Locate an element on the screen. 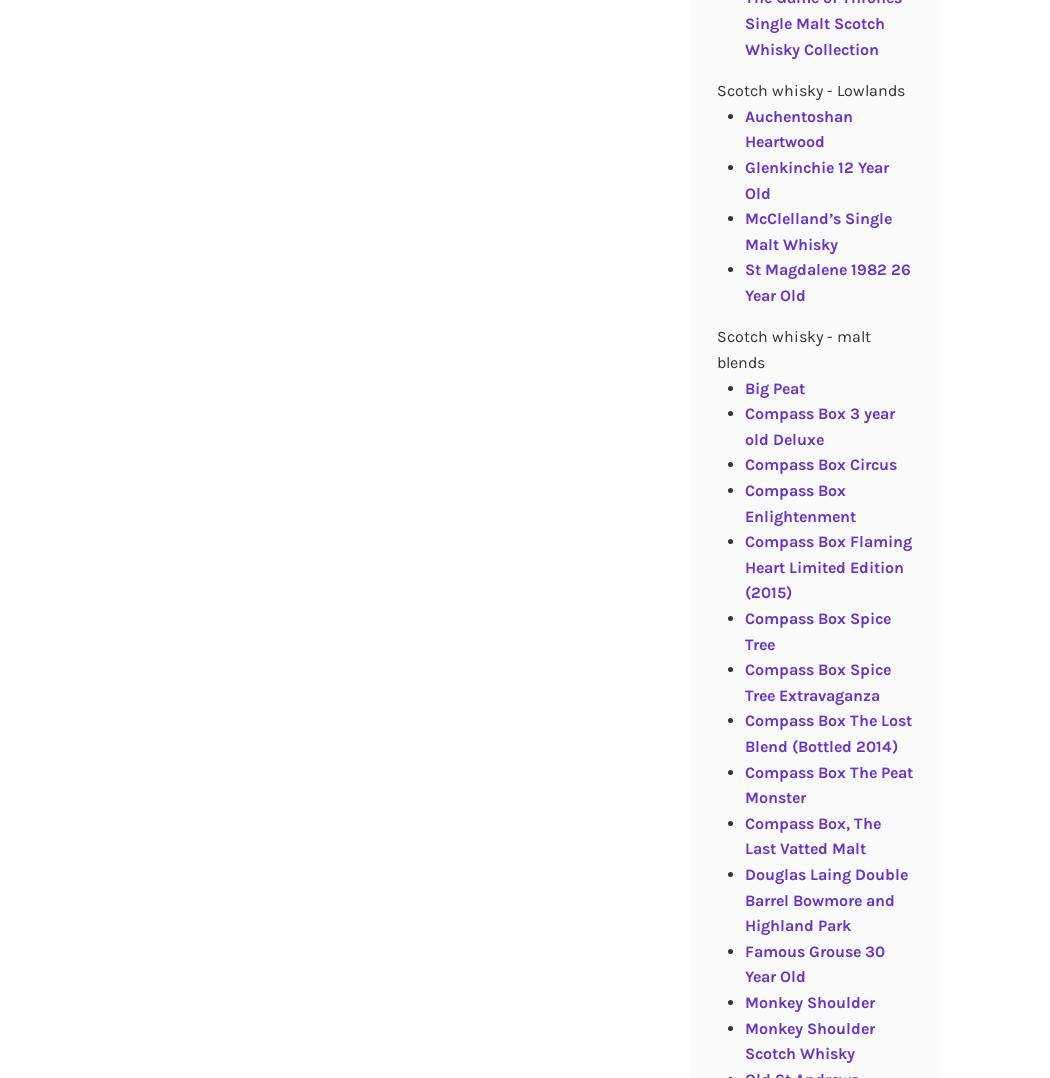  'Monkey Shoulder' is located at coordinates (808, 1001).